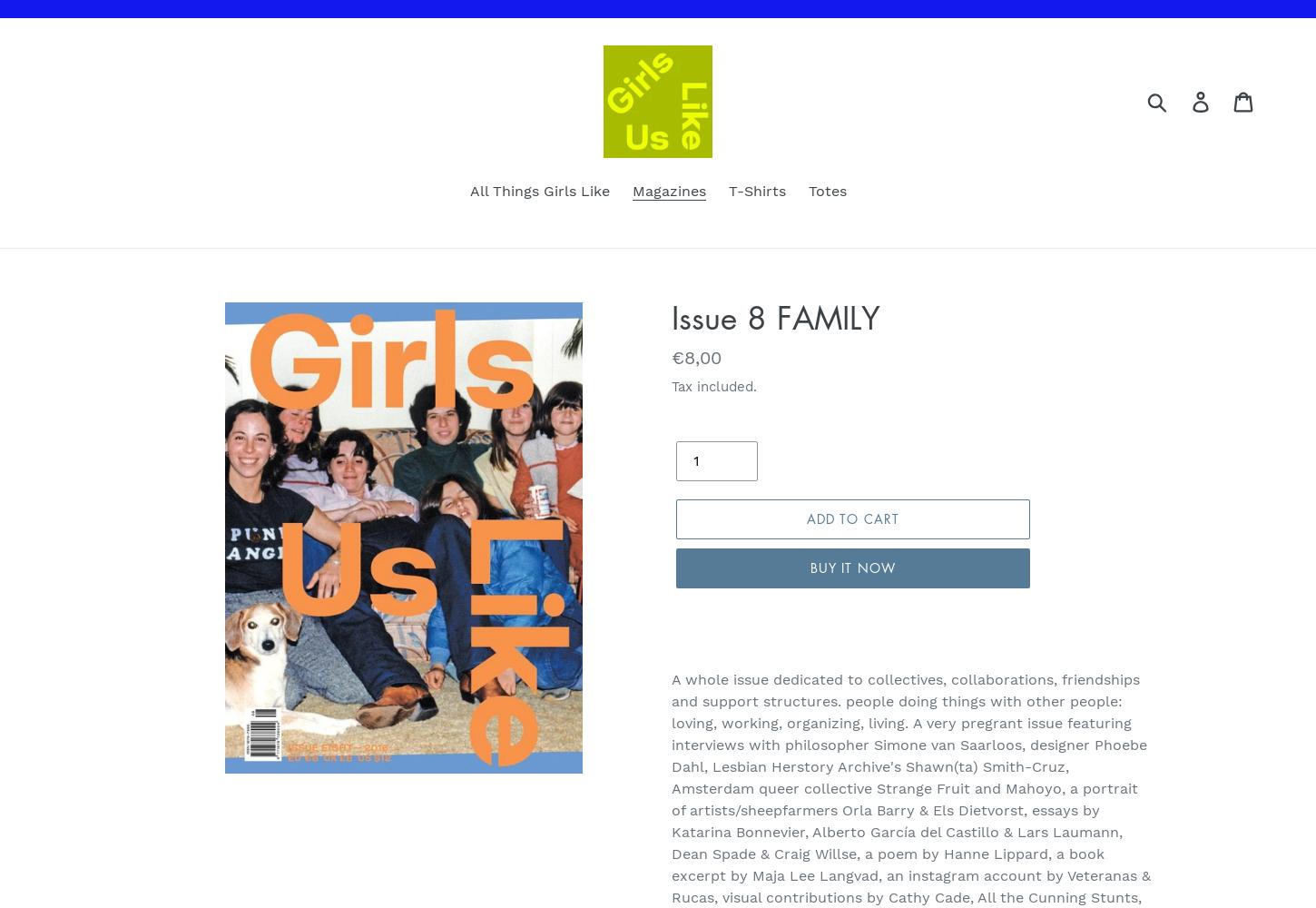 This screenshot has height=908, width=1316. I want to click on 'Totes', so click(826, 190).